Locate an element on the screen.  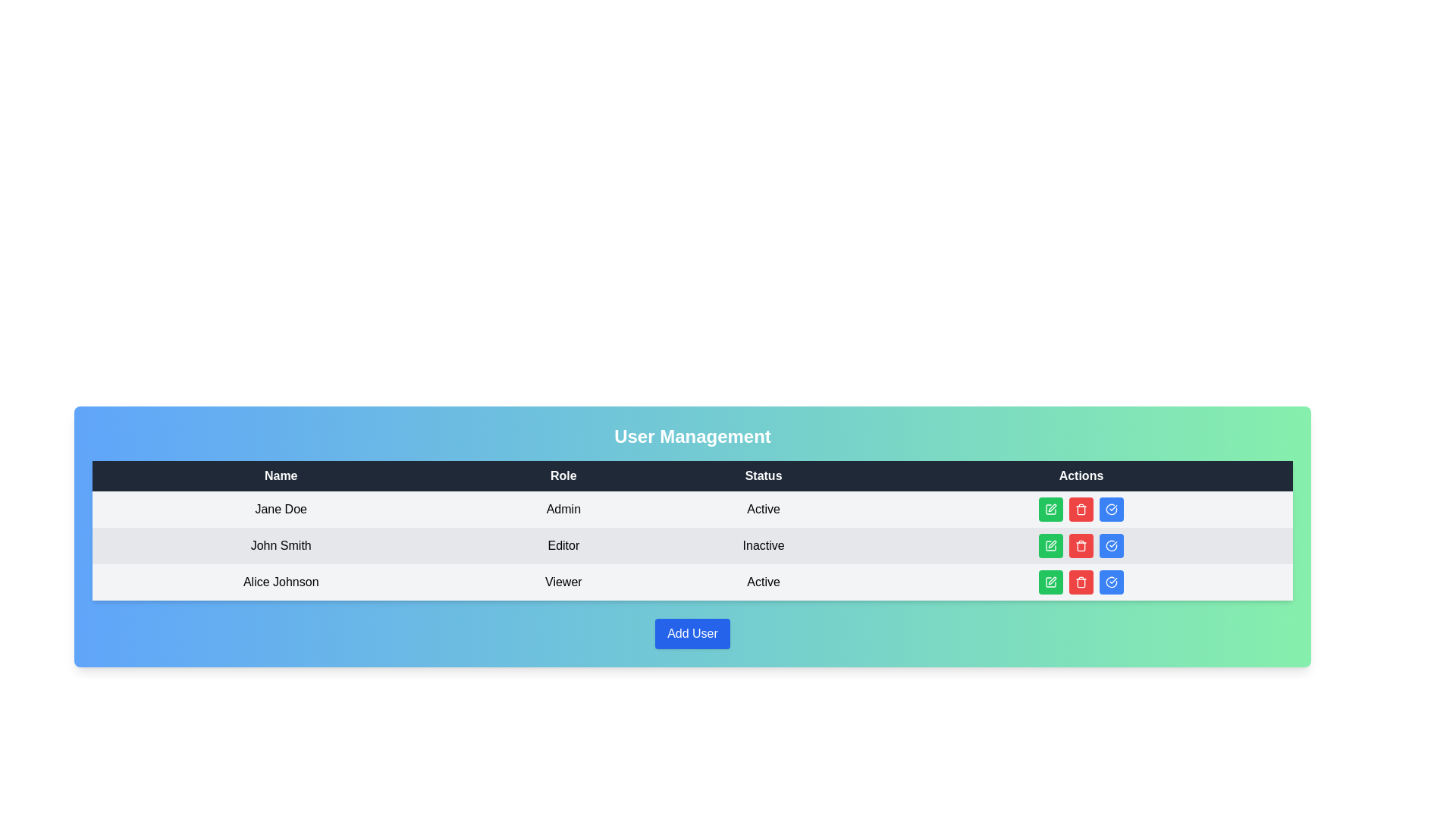
the confirmation button located in the third row of the 'Actions' column, which is the right-most button in the action button group is located at coordinates (1111, 546).